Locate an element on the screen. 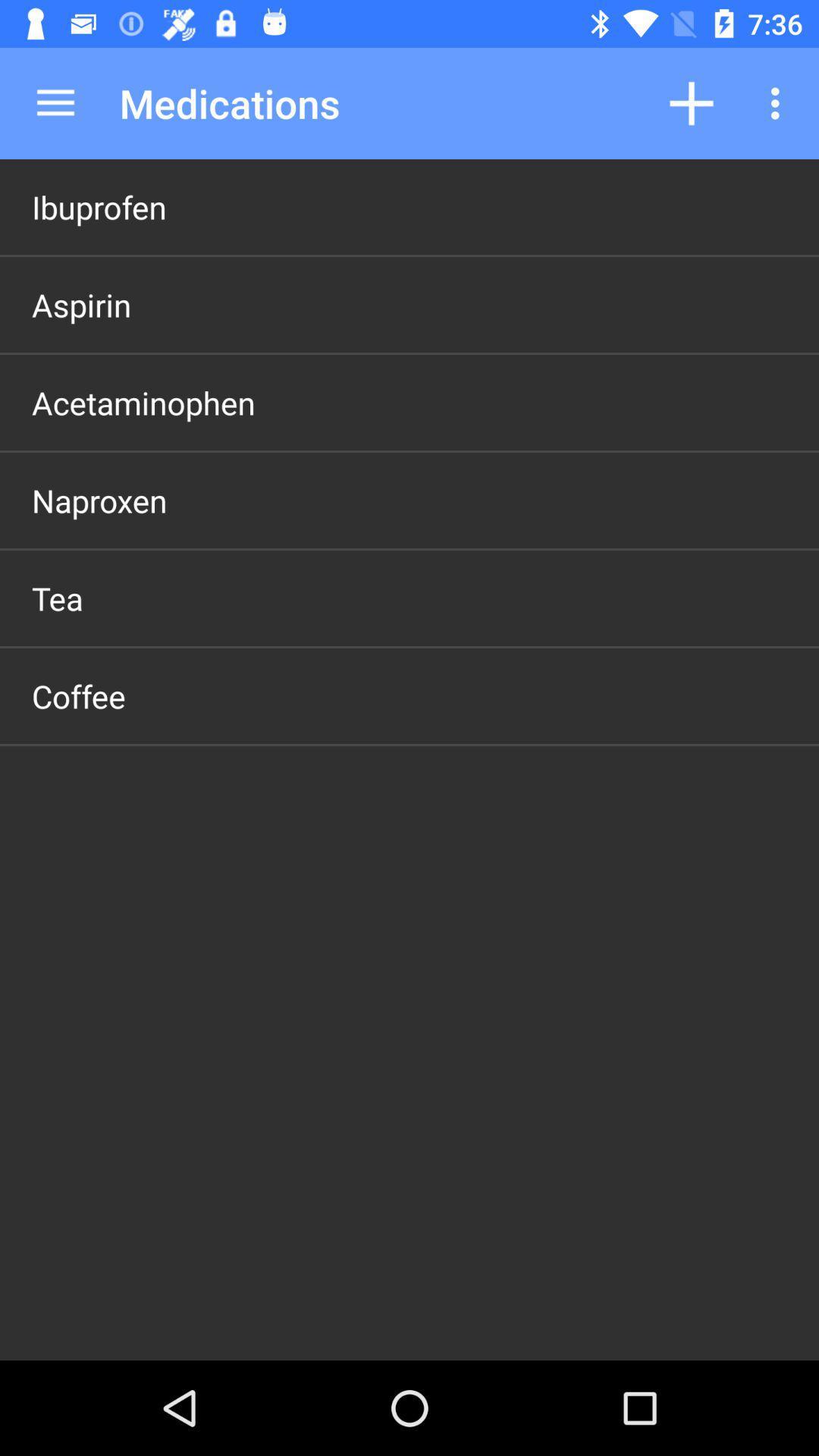 This screenshot has width=819, height=1456. the app below the acetaminophen item is located at coordinates (99, 500).